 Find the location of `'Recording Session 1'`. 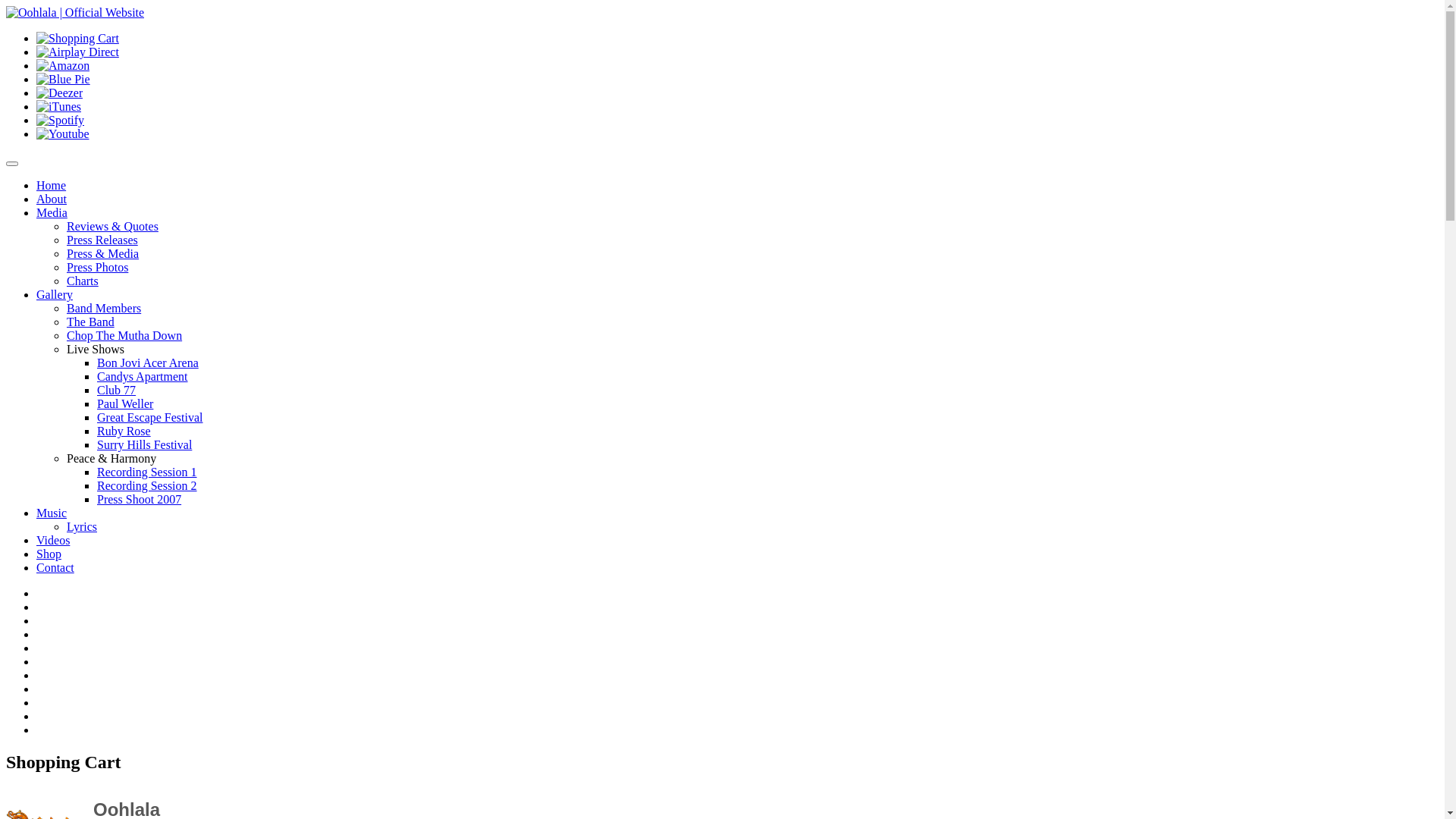

'Recording Session 1' is located at coordinates (146, 471).